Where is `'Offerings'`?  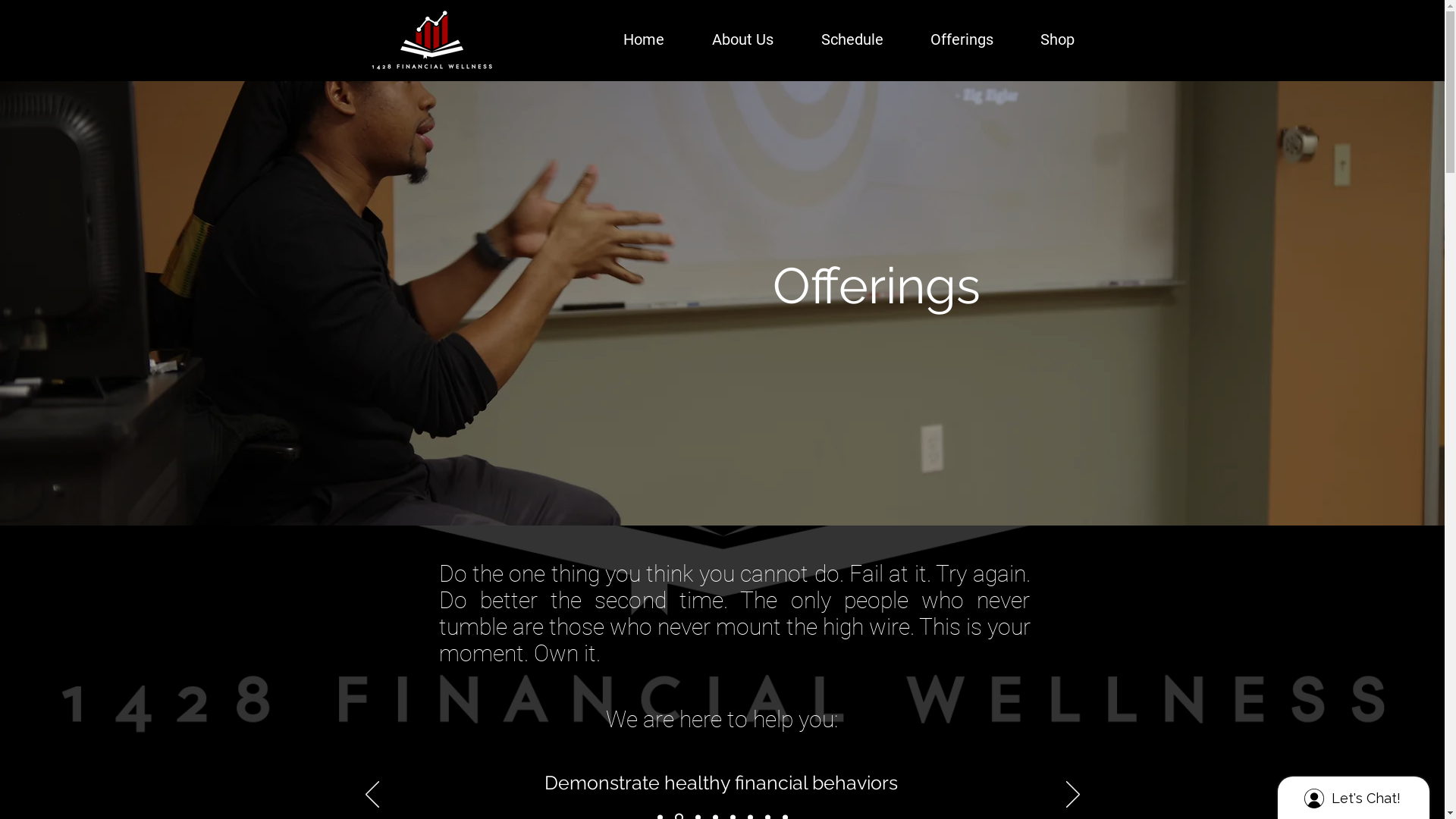 'Offerings' is located at coordinates (944, 39).